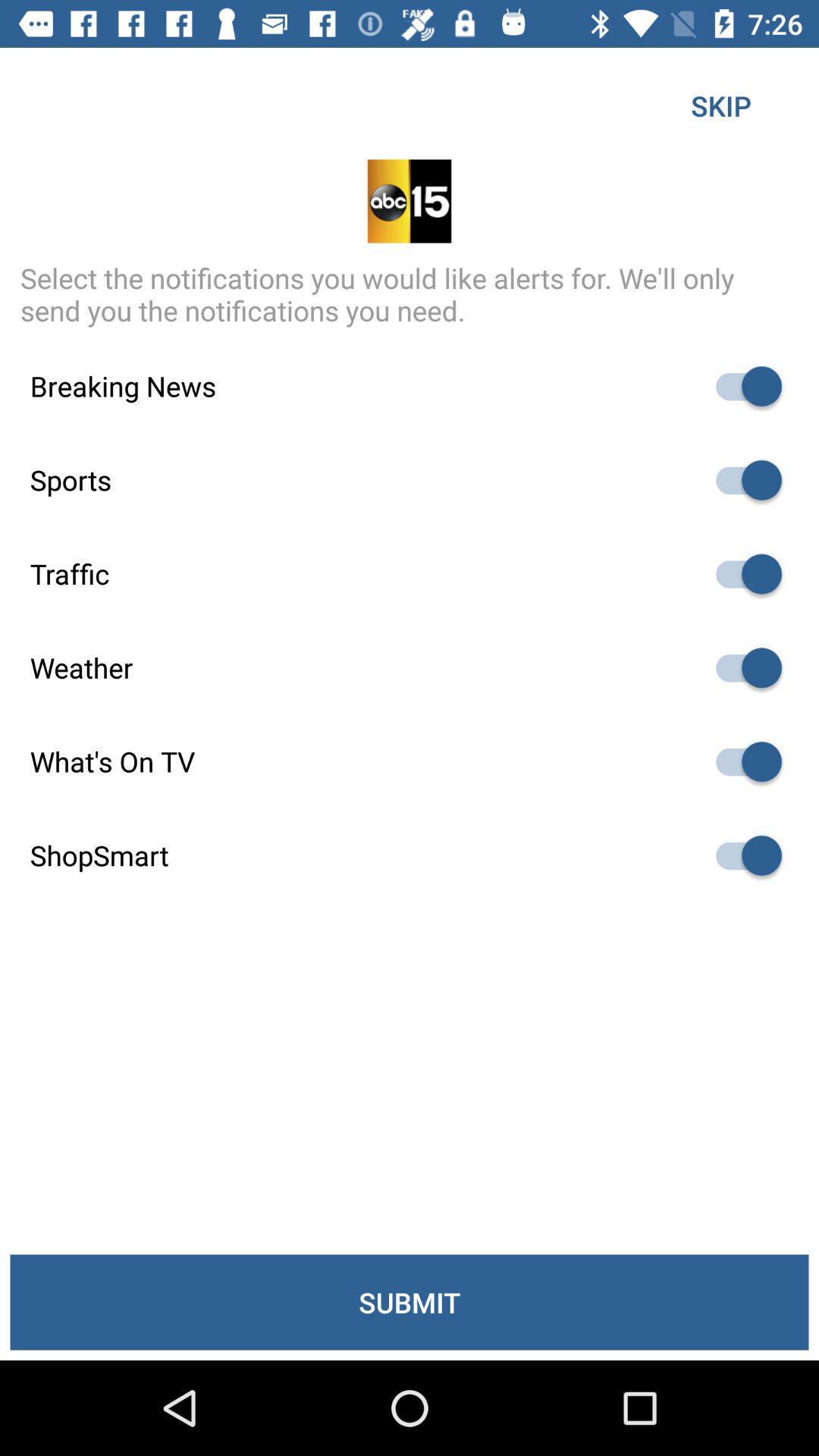  Describe the element at coordinates (741, 667) in the screenshot. I see `weather` at that location.